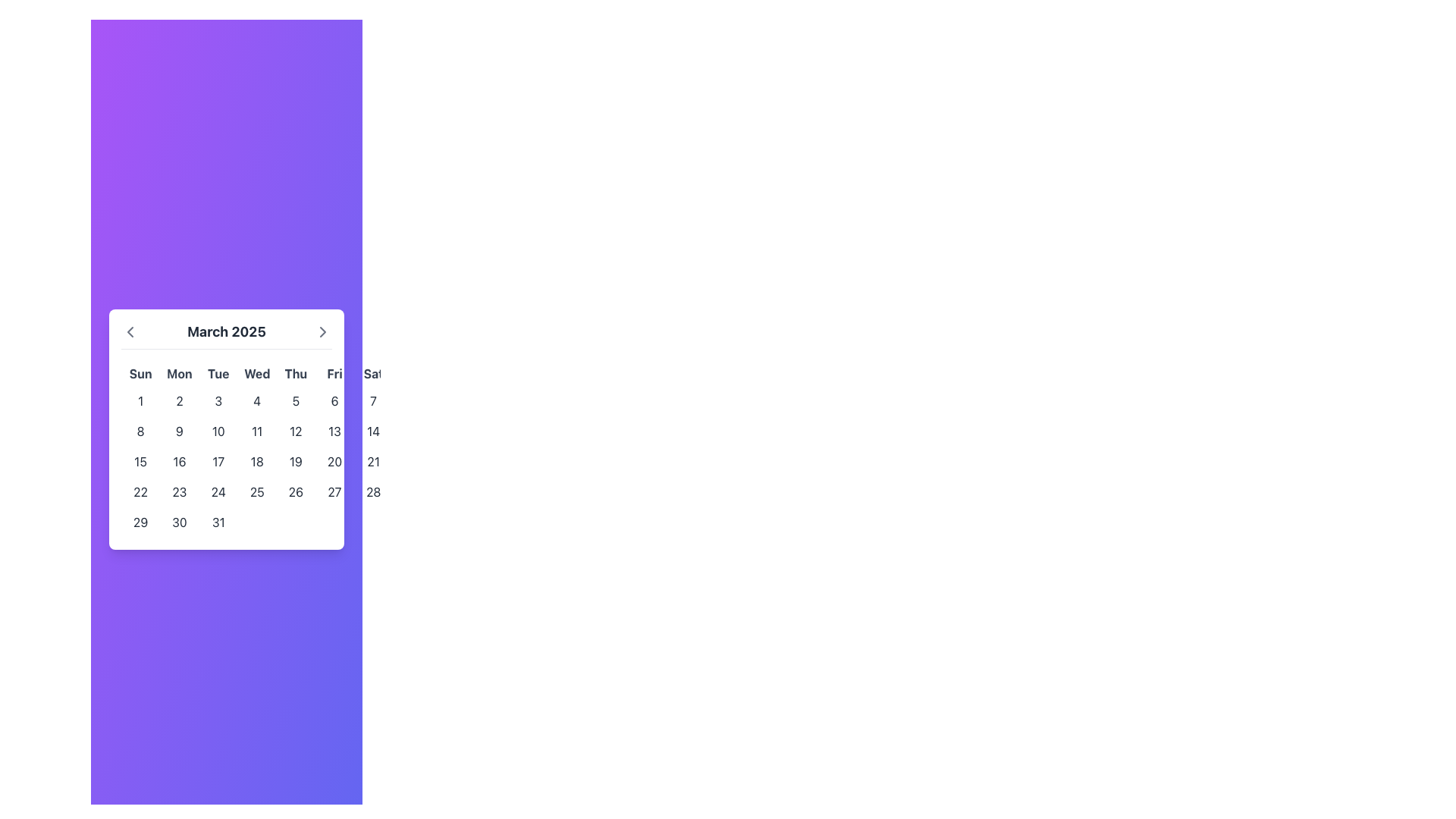  What do you see at coordinates (296, 373) in the screenshot?
I see `the static text label displaying 'Thu', which is the fifth abbreviation in the row of week days in the calendar header` at bounding box center [296, 373].